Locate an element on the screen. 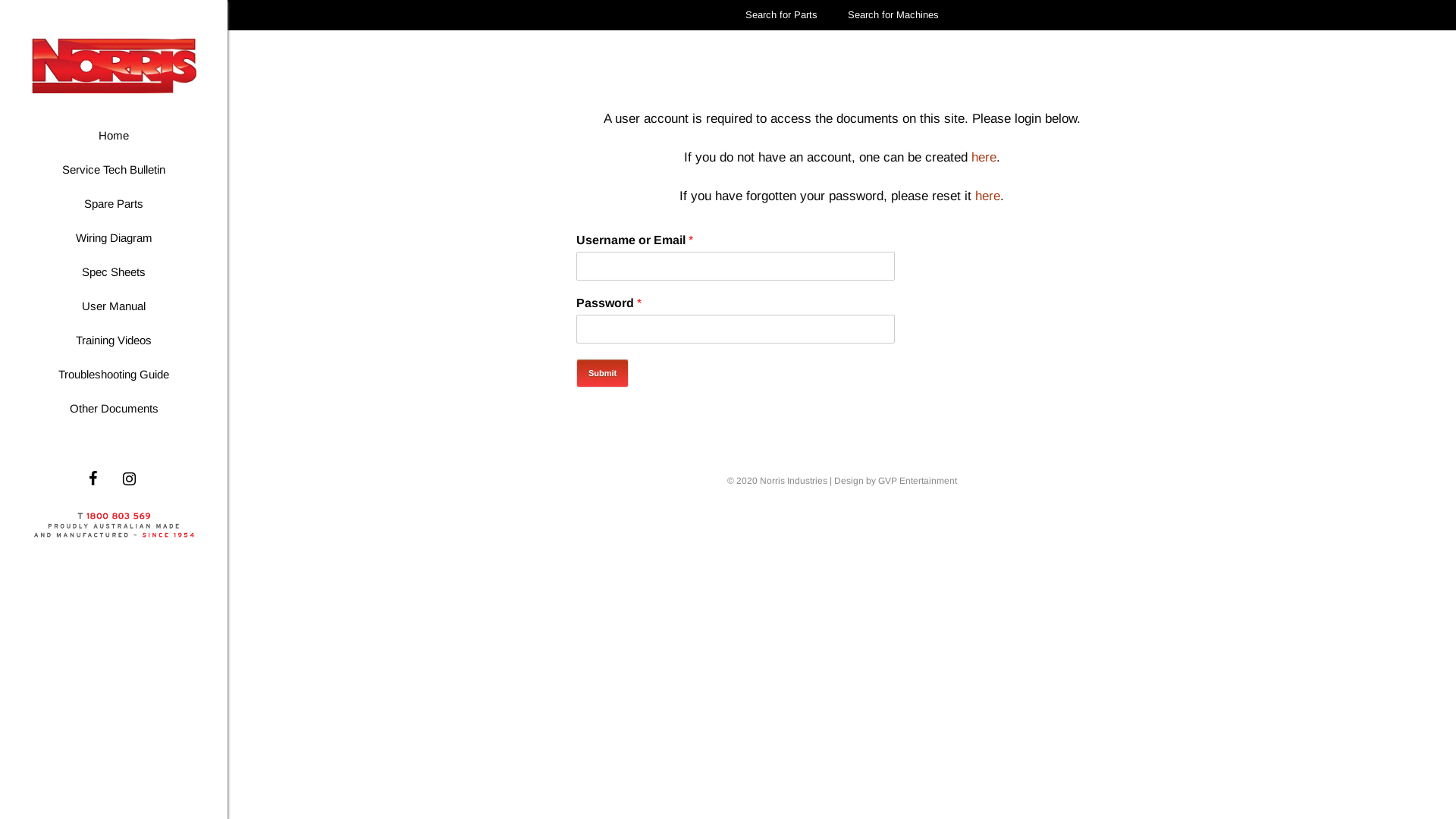 Image resolution: width=1456 pixels, height=819 pixels. 'Search for Parts' is located at coordinates (780, 14).